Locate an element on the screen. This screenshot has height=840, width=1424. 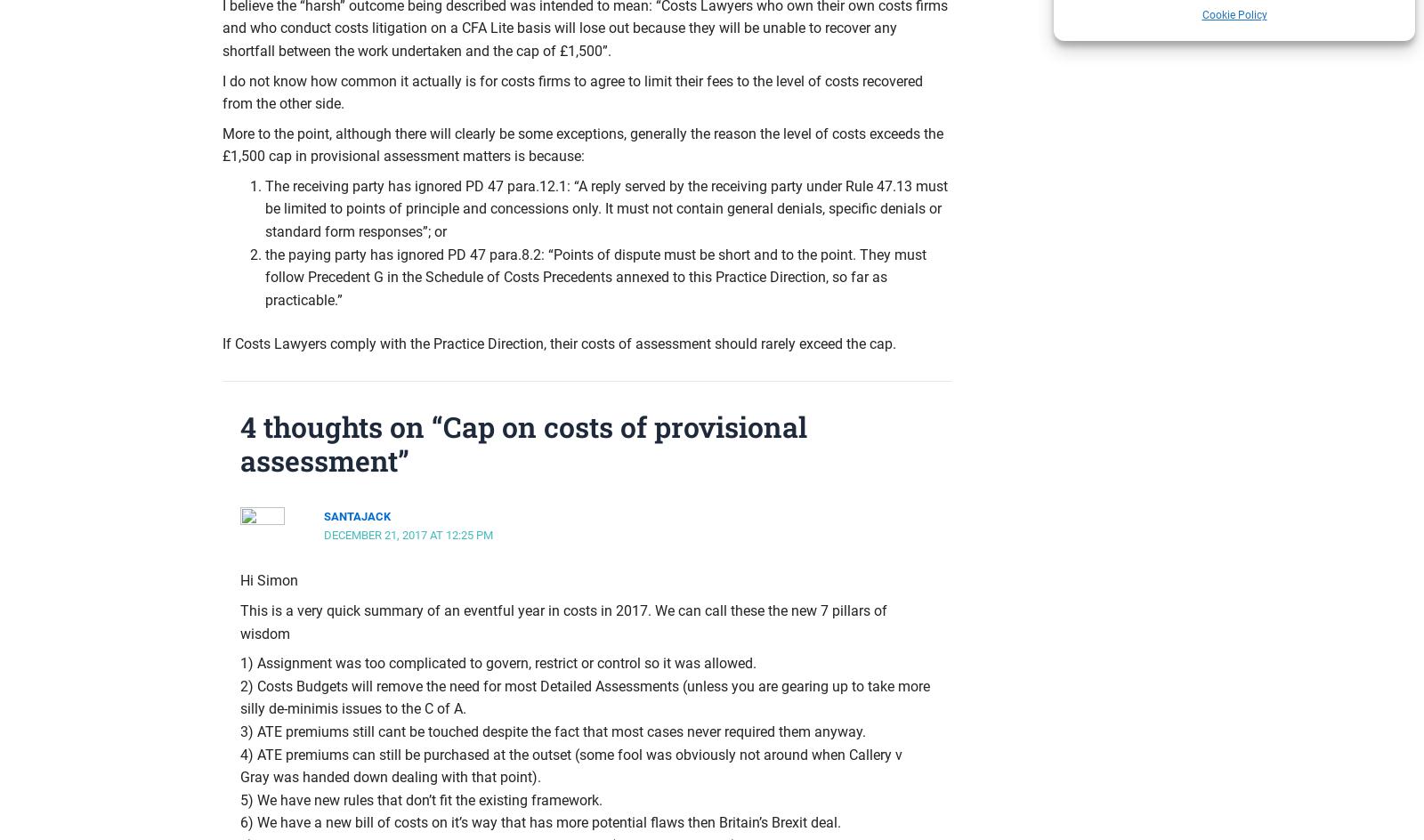
'5) We have new rules that don’t fit the existing framework.' is located at coordinates (420, 798).